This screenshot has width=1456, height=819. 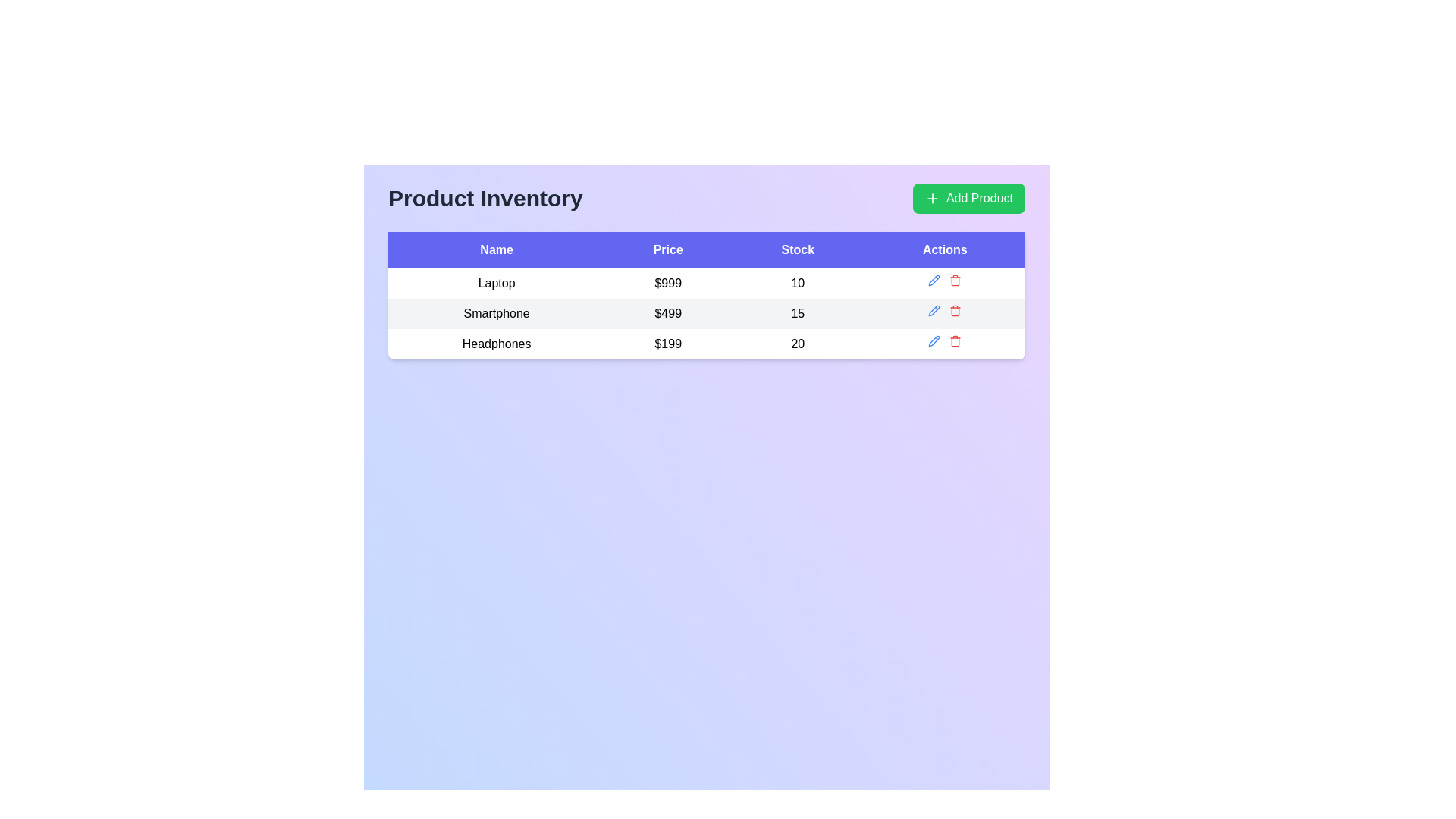 What do you see at coordinates (944, 281) in the screenshot?
I see `the icons within the Action Group for the 'Laptop' product located in the rightmost column of the first row` at bounding box center [944, 281].